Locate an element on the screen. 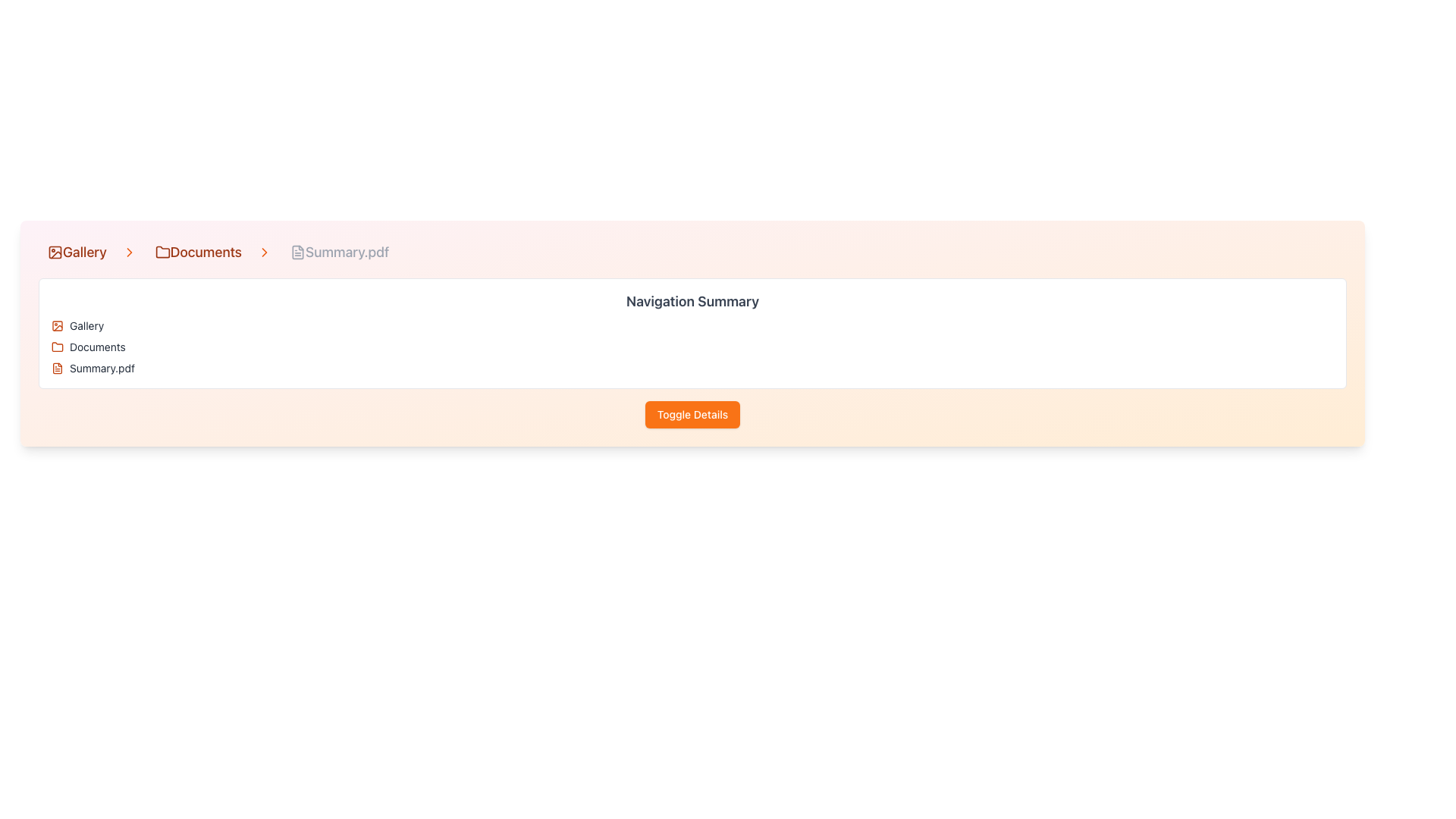 Image resolution: width=1456 pixels, height=819 pixels. the minimalist folder icon located between 'Gallery' and 'Summary.pdf' in the breadcrumb navigation bar is located at coordinates (162, 251).